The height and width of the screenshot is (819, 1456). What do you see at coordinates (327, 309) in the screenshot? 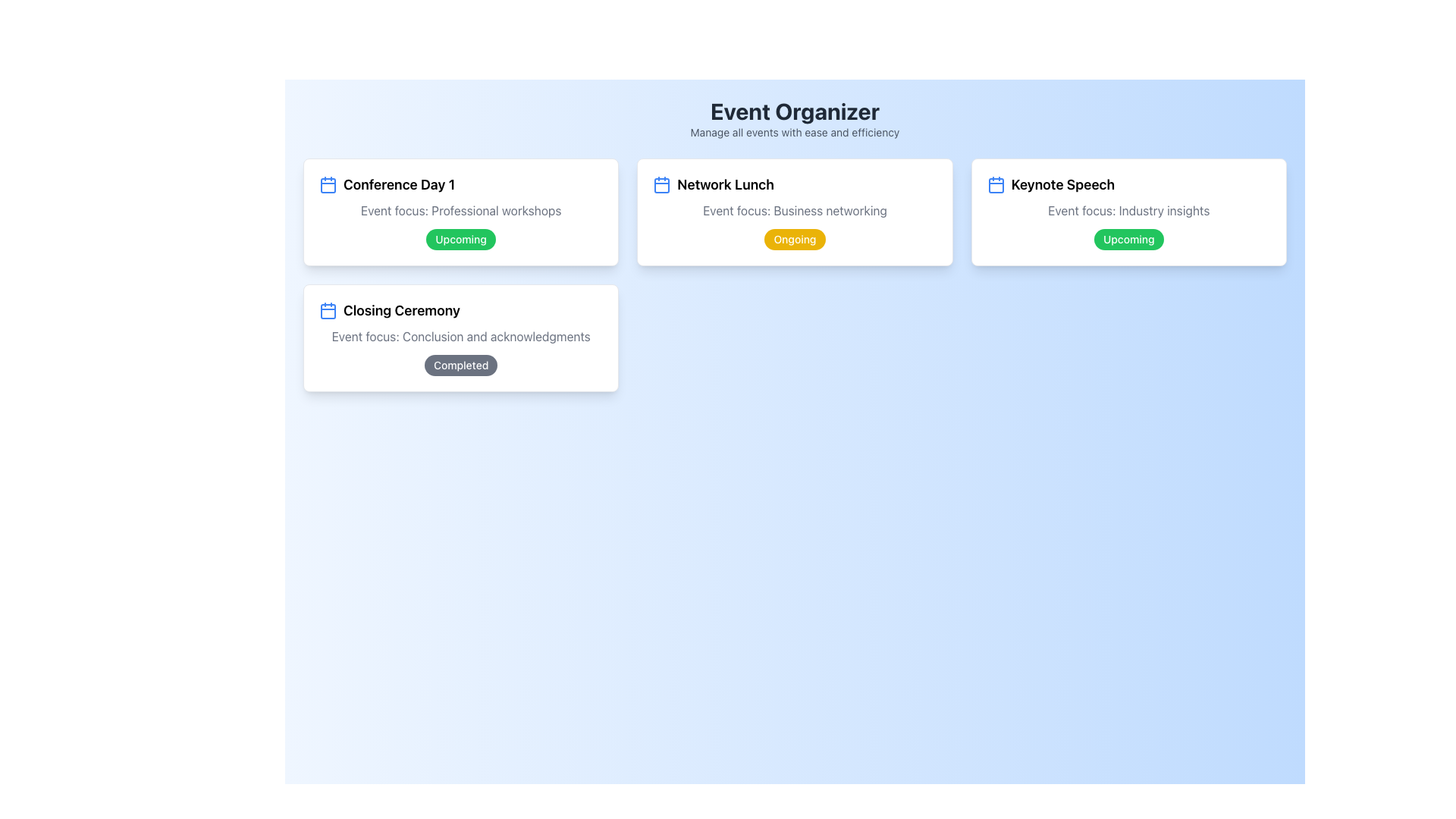
I see `the calendar icon located at the top-left corner of the 'Closing Ceremony' section, which visually indicates calendar-related features or event information` at bounding box center [327, 309].